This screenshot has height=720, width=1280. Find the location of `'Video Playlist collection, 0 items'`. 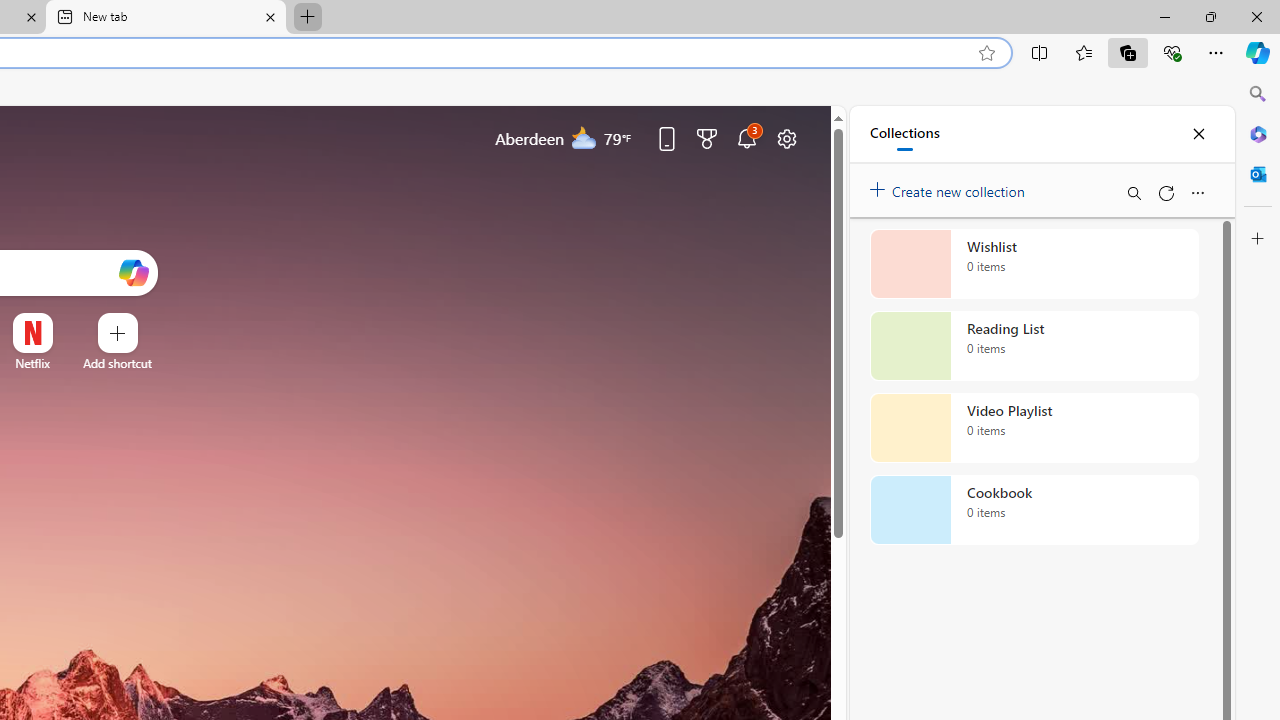

'Video Playlist collection, 0 items' is located at coordinates (1034, 427).